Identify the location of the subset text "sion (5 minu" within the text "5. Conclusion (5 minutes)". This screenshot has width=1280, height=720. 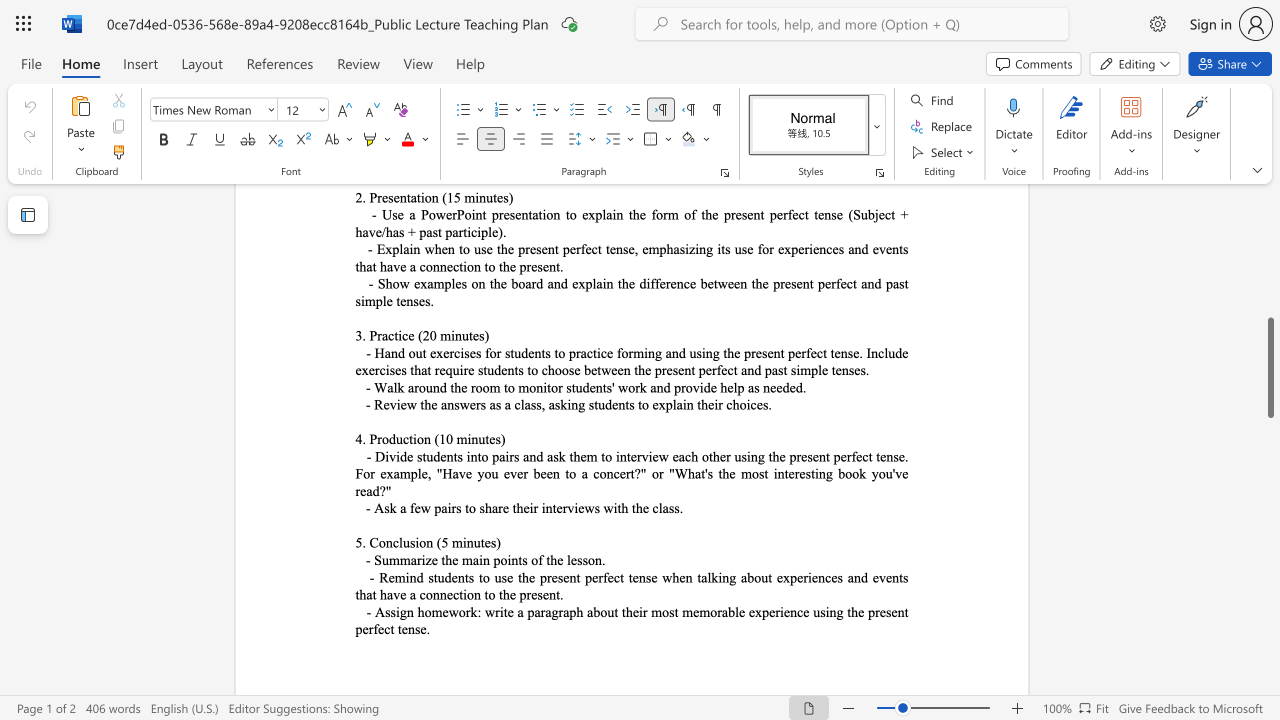
(408, 542).